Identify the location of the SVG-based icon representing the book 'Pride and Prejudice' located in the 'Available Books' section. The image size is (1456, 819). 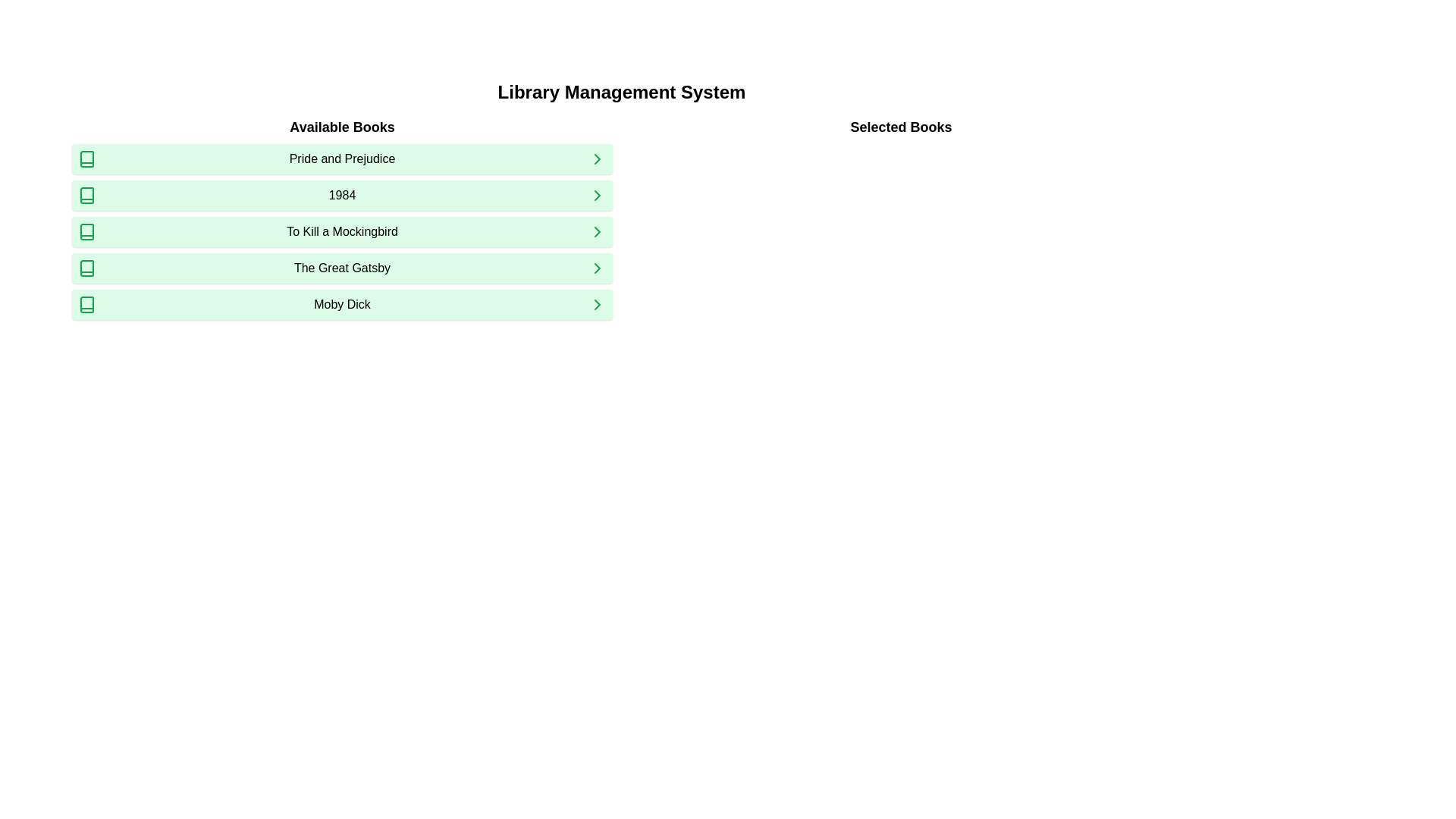
(86, 158).